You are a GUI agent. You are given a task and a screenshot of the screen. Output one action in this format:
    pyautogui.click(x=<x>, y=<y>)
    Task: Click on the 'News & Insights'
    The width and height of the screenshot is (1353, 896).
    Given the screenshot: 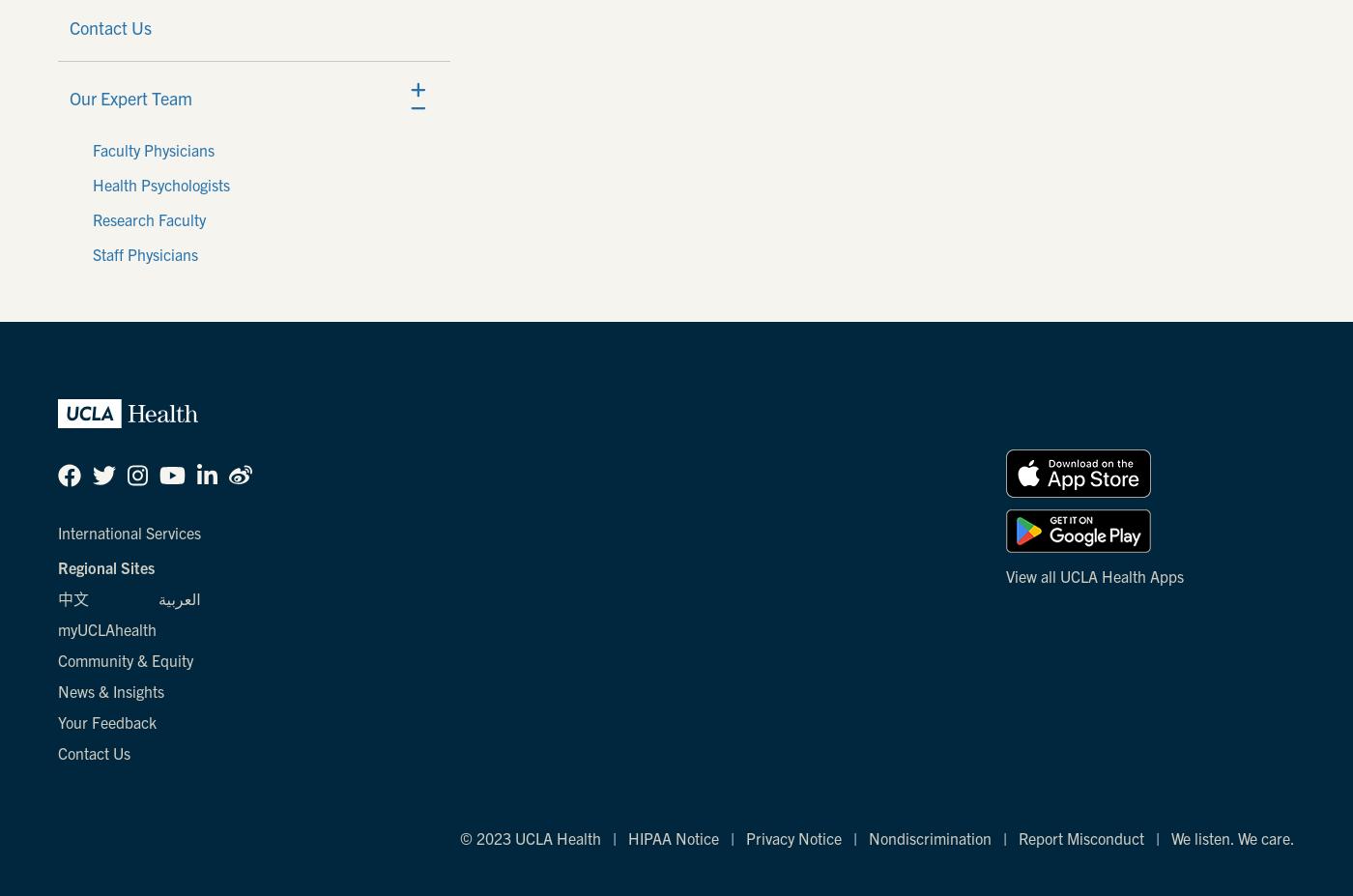 What is the action you would take?
    pyautogui.click(x=110, y=689)
    